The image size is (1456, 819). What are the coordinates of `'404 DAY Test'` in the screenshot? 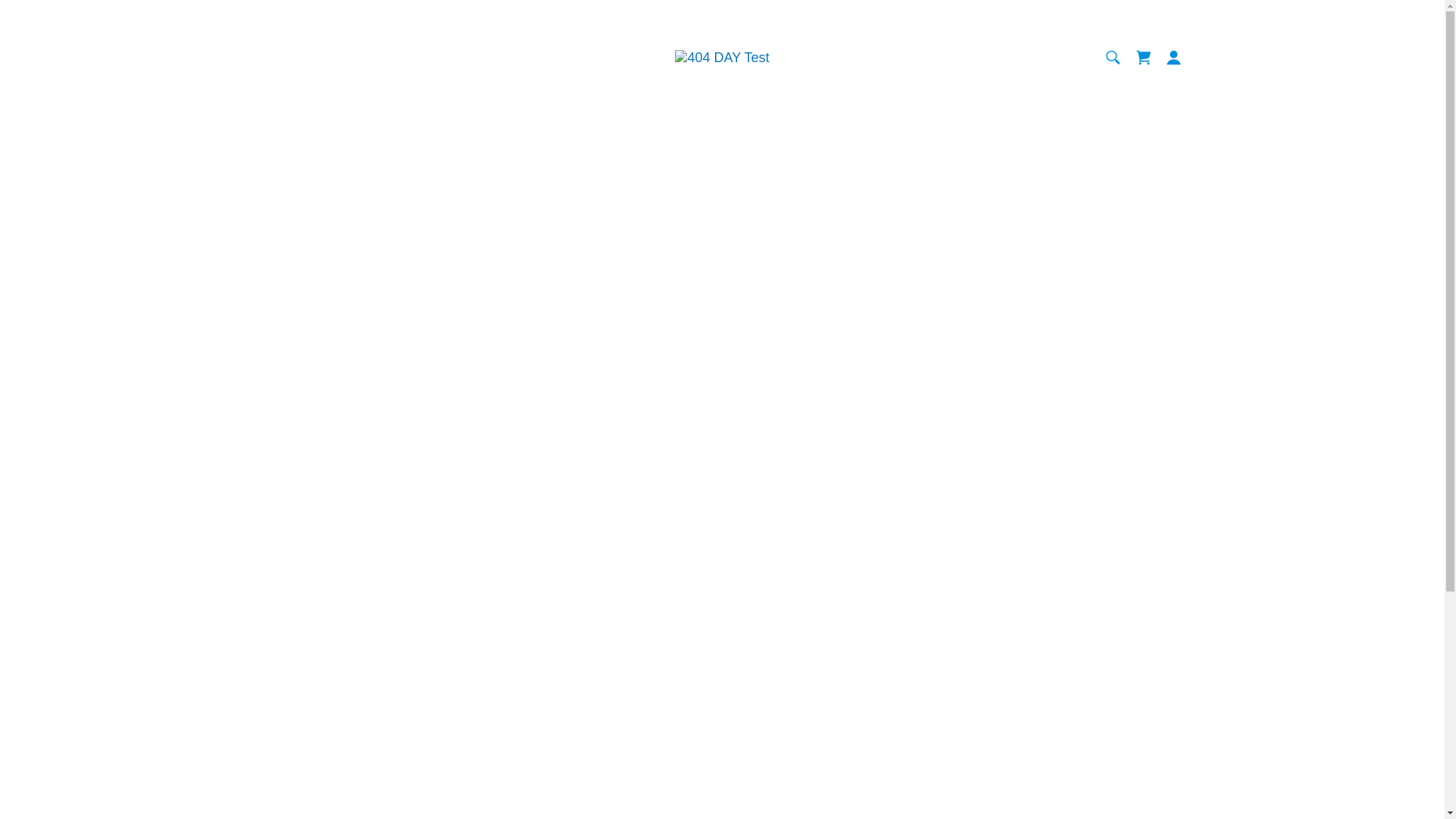 It's located at (673, 55).